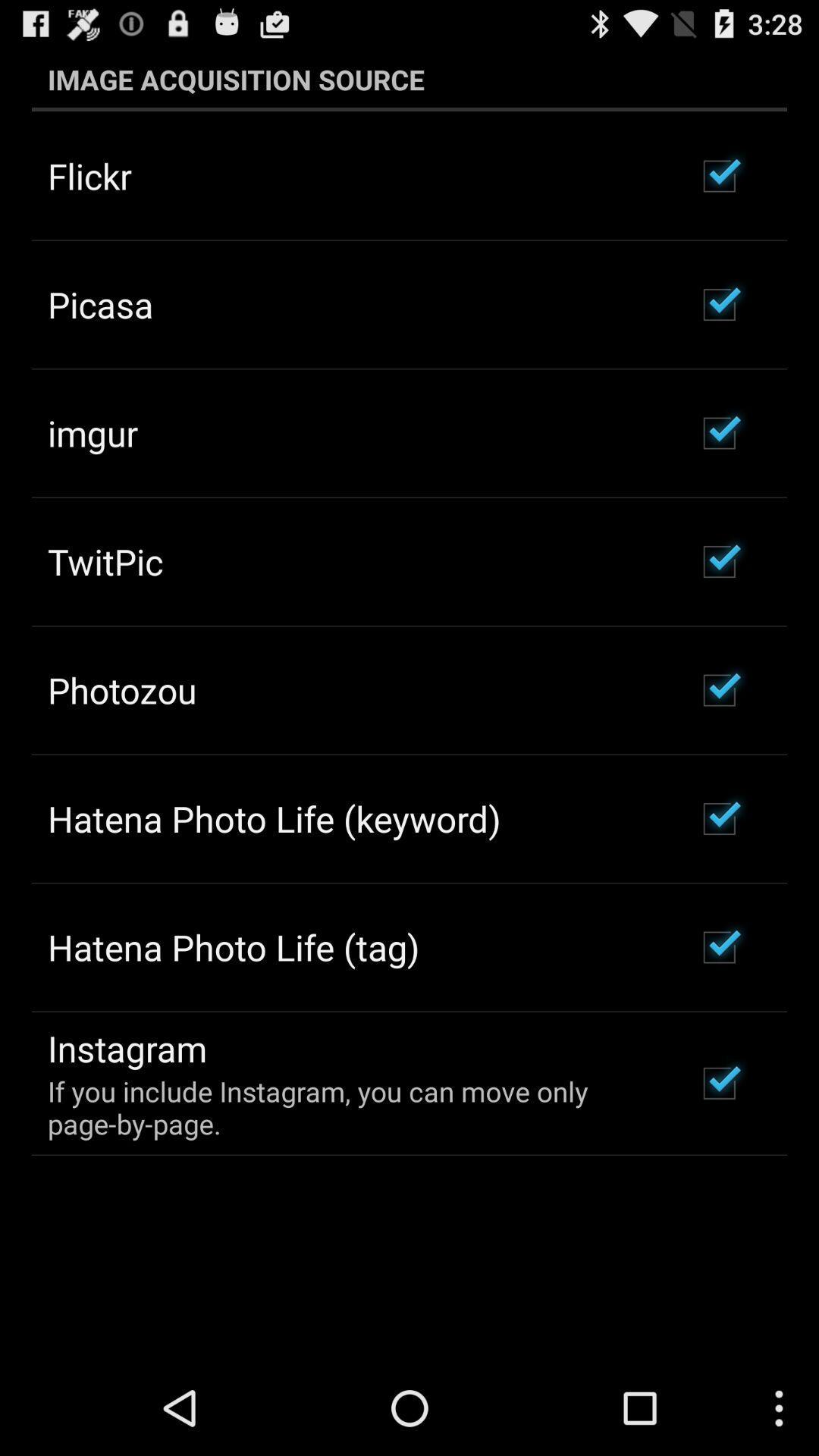  Describe the element at coordinates (100, 303) in the screenshot. I see `picasa item` at that location.